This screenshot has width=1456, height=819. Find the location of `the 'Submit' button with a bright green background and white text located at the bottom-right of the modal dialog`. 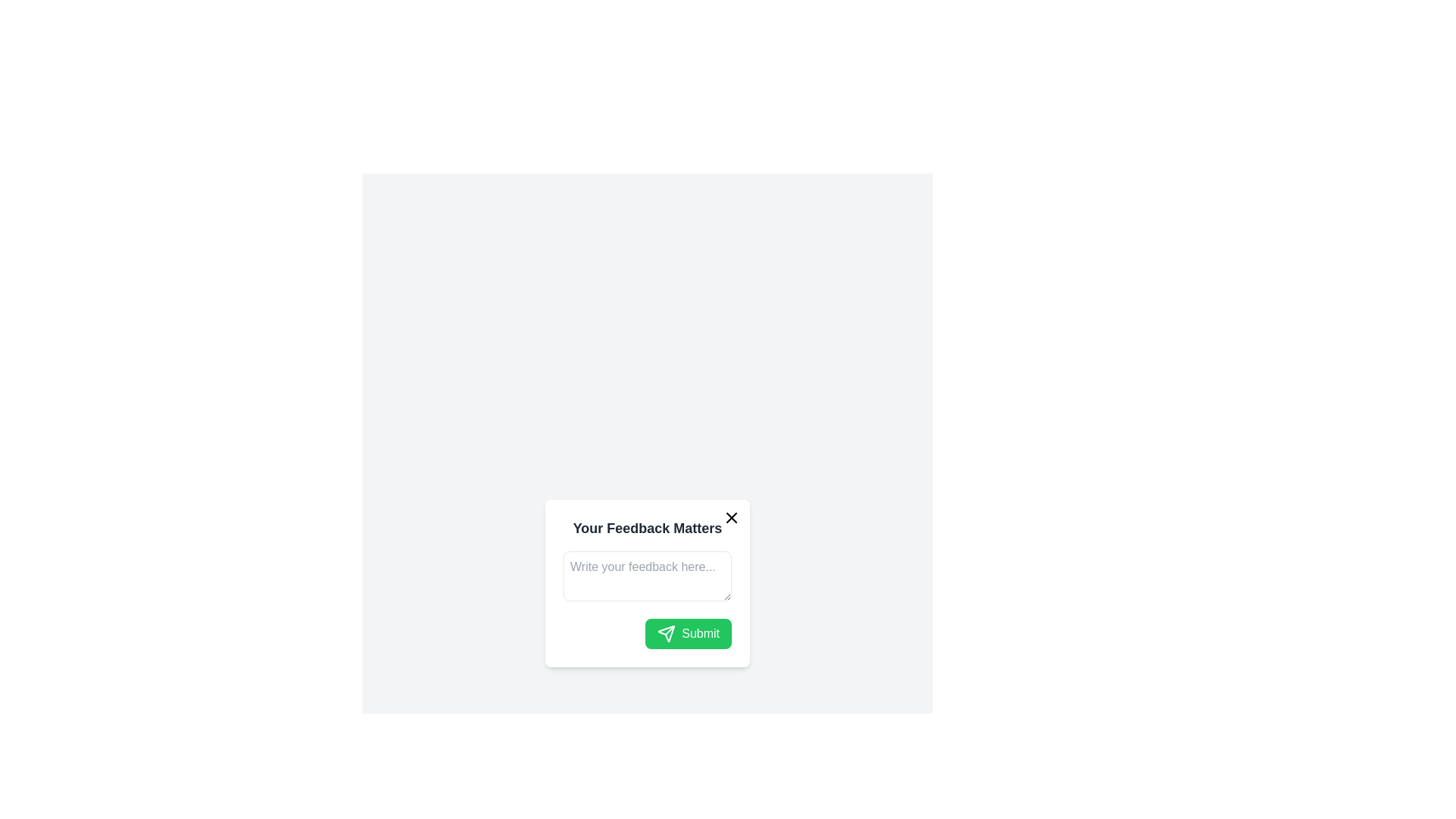

the 'Submit' button with a bright green background and white text located at the bottom-right of the modal dialog is located at coordinates (687, 632).